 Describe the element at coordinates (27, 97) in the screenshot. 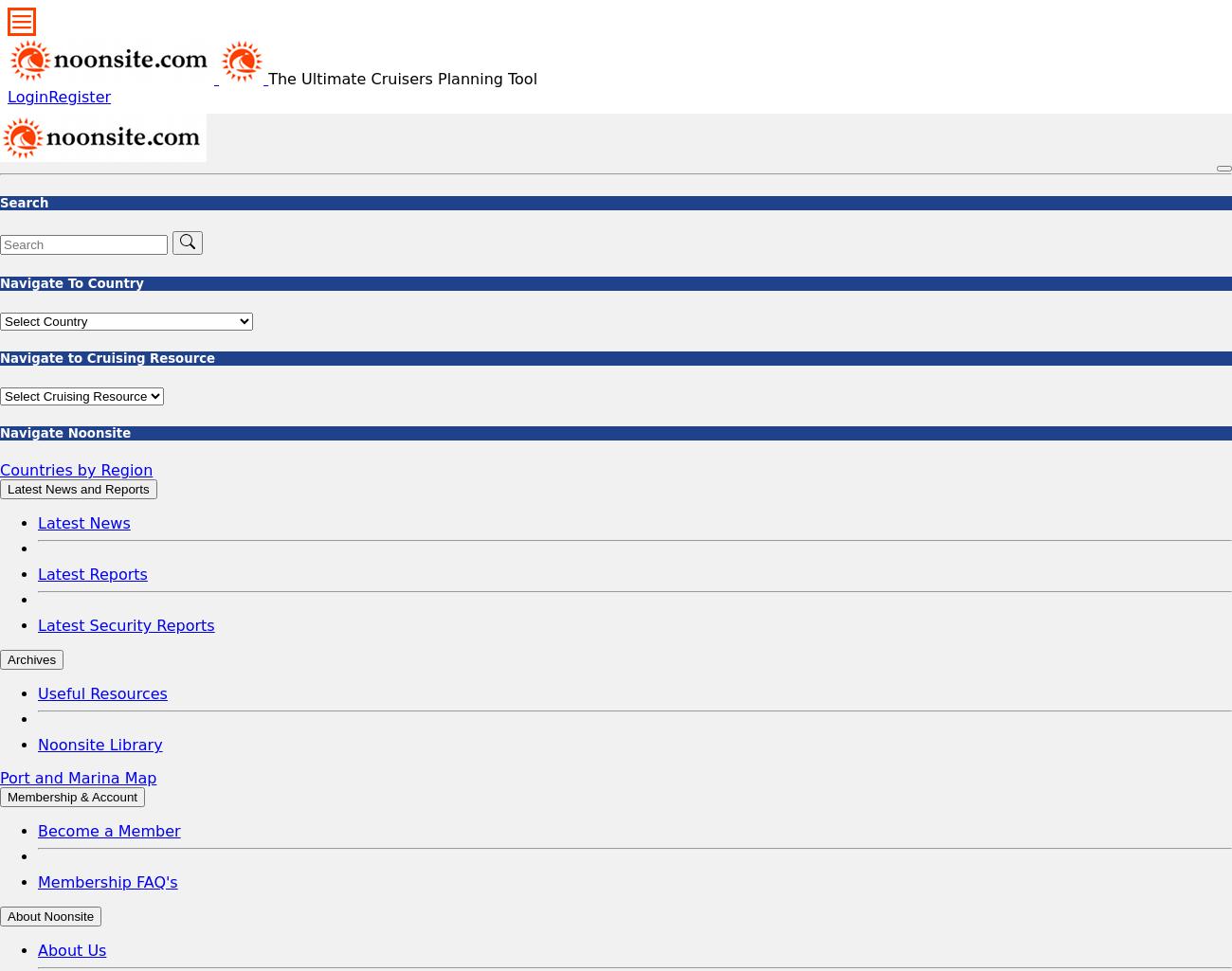

I see `'Login'` at that location.